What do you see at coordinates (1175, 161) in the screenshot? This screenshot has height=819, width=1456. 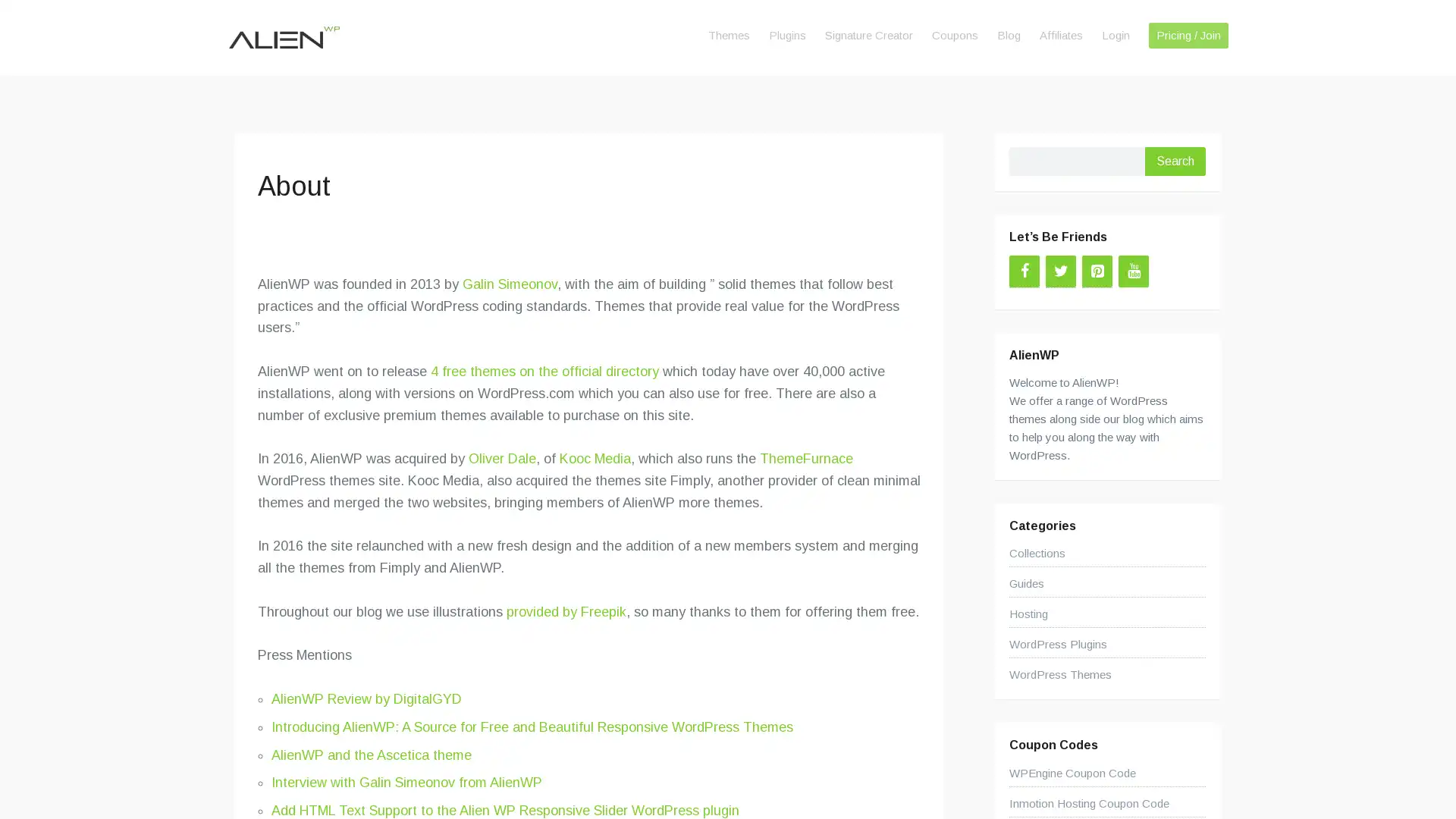 I see `Search` at bounding box center [1175, 161].